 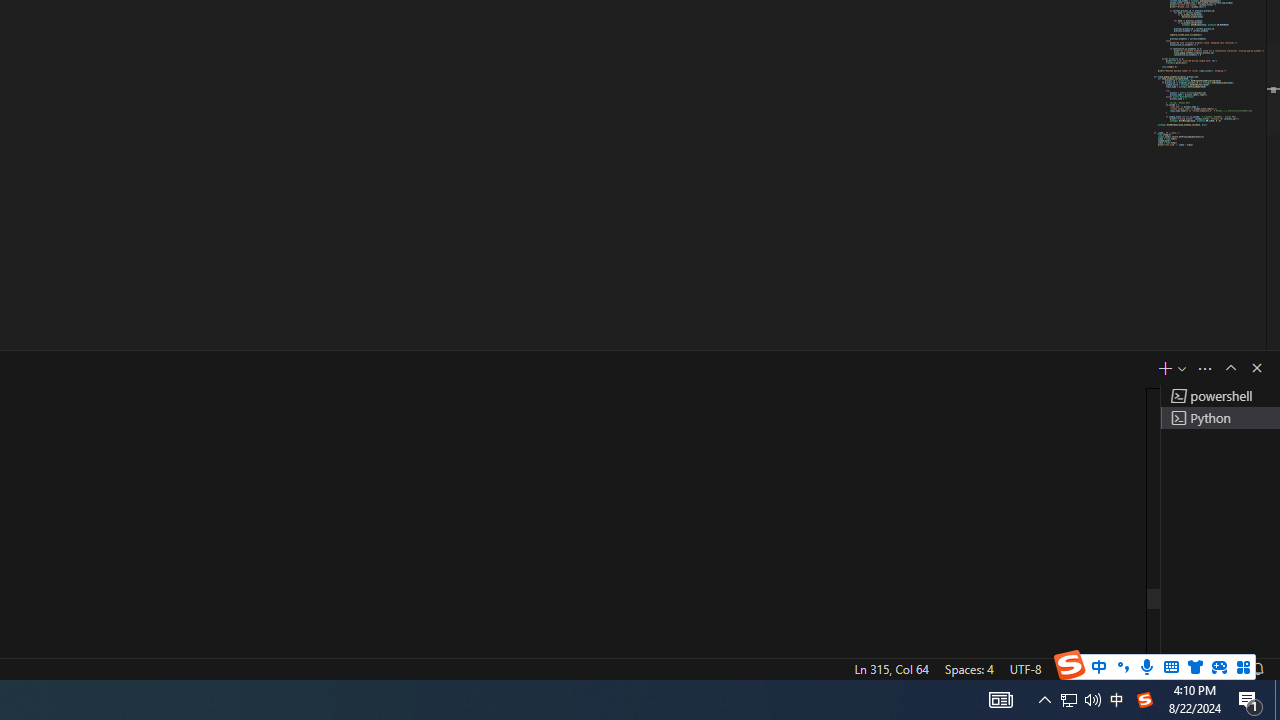 What do you see at coordinates (1219, 416) in the screenshot?
I see `'Terminal 2 Python'` at bounding box center [1219, 416].